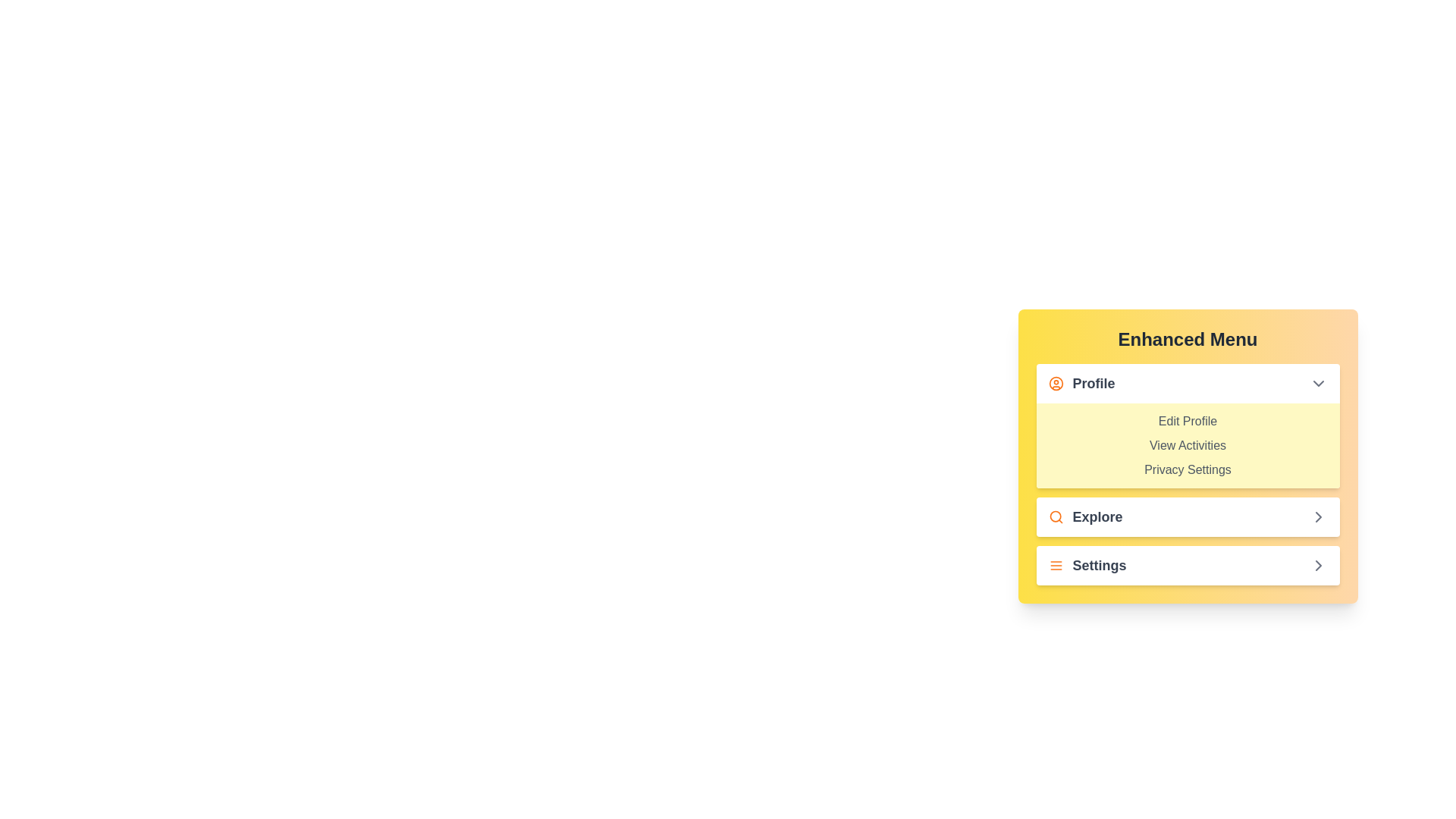  I want to click on to select an option from the Dropdown menu options list located under the 'Profile' section in the yellow 'Enhanced Menu' card, so click(1187, 485).